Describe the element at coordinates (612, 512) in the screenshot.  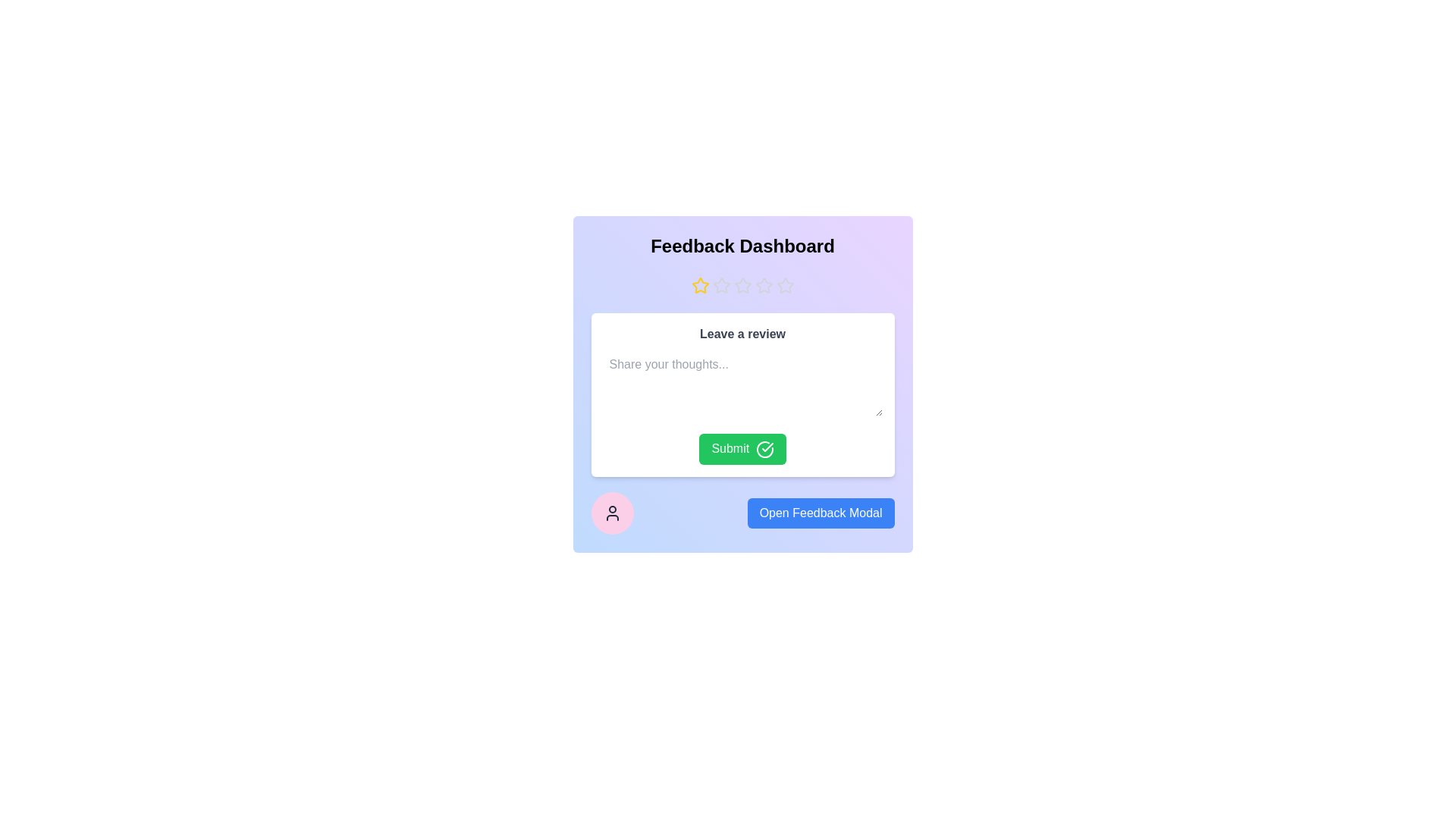
I see `the circular badge icon button representing user profile or related actions, located on the left side of the Feedback Dashboard, above the 'Open Feedback Modal' button` at that location.